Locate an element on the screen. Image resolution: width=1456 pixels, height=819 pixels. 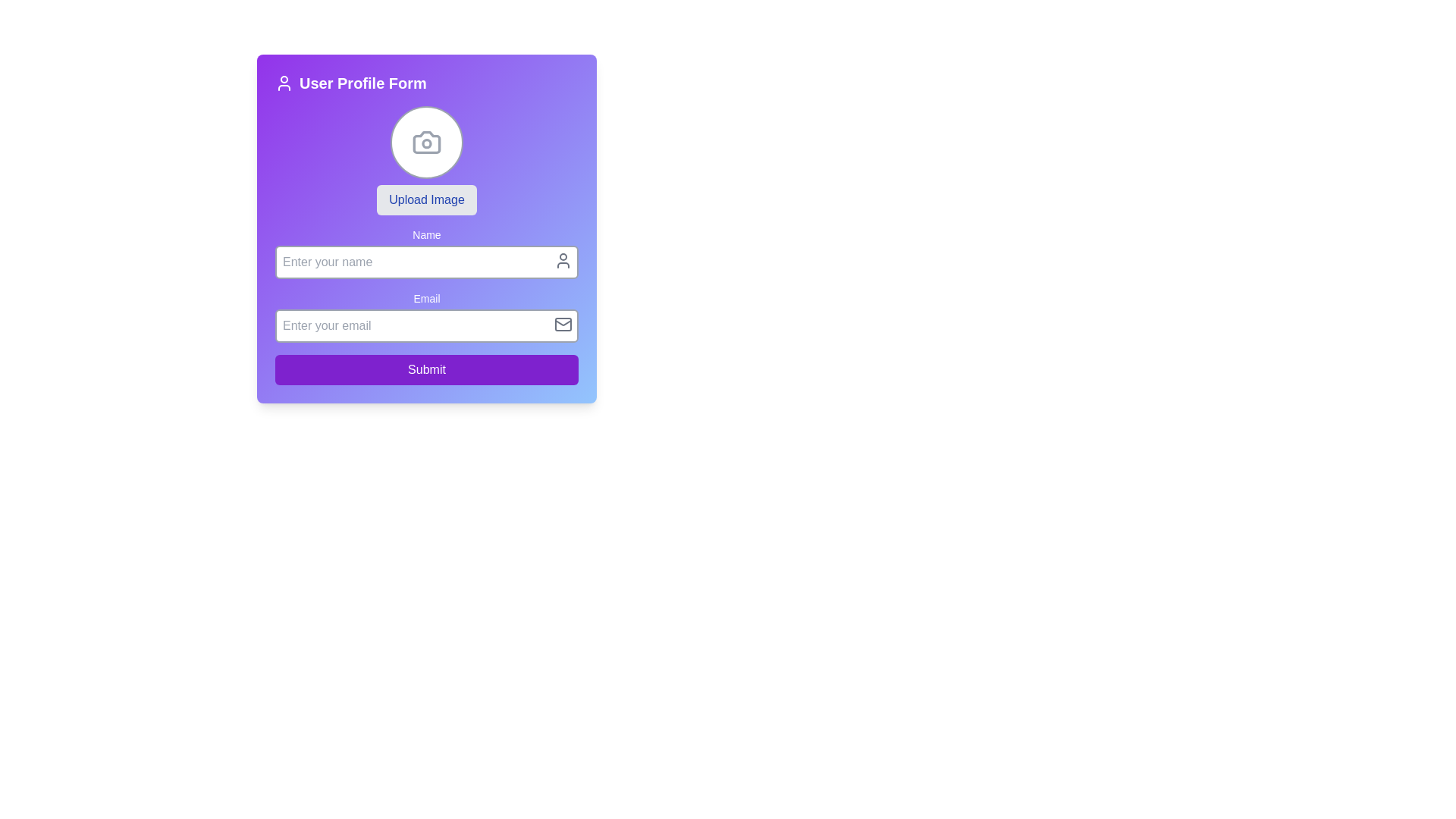
the 'Name' text input field to focus on it for user input is located at coordinates (425, 253).